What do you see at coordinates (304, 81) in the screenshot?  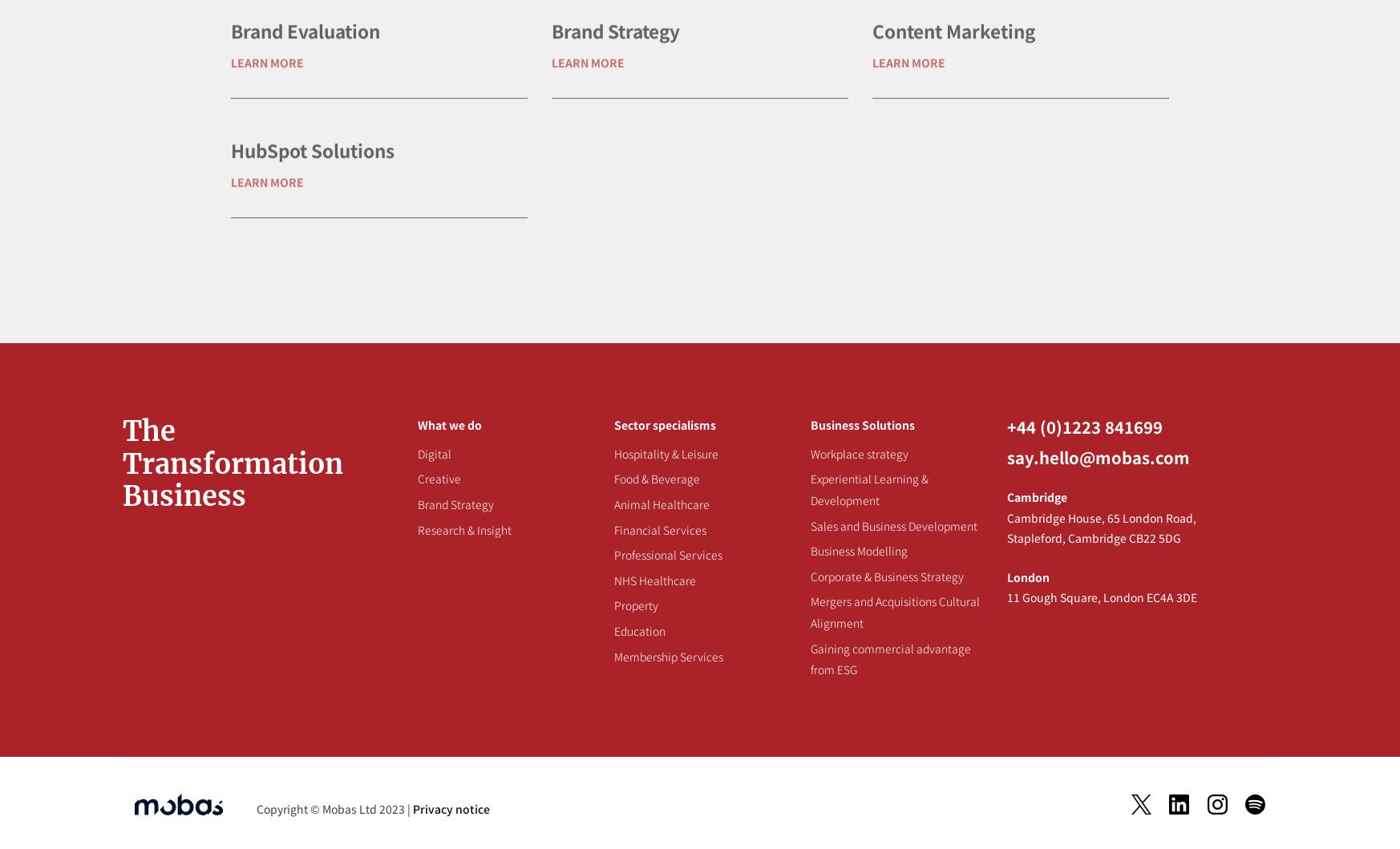 I see `'Brand Evaluation'` at bounding box center [304, 81].